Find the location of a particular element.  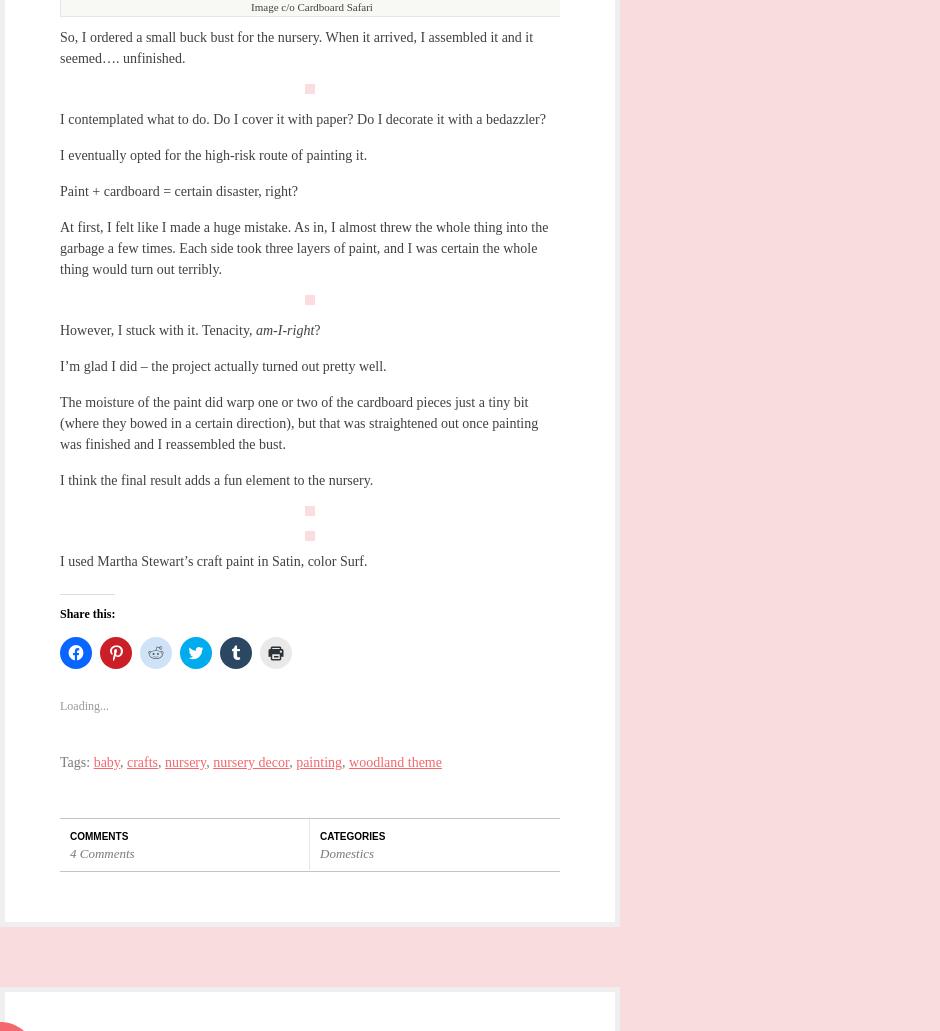

'Image c/o Cardboard Safari' is located at coordinates (250, 5).